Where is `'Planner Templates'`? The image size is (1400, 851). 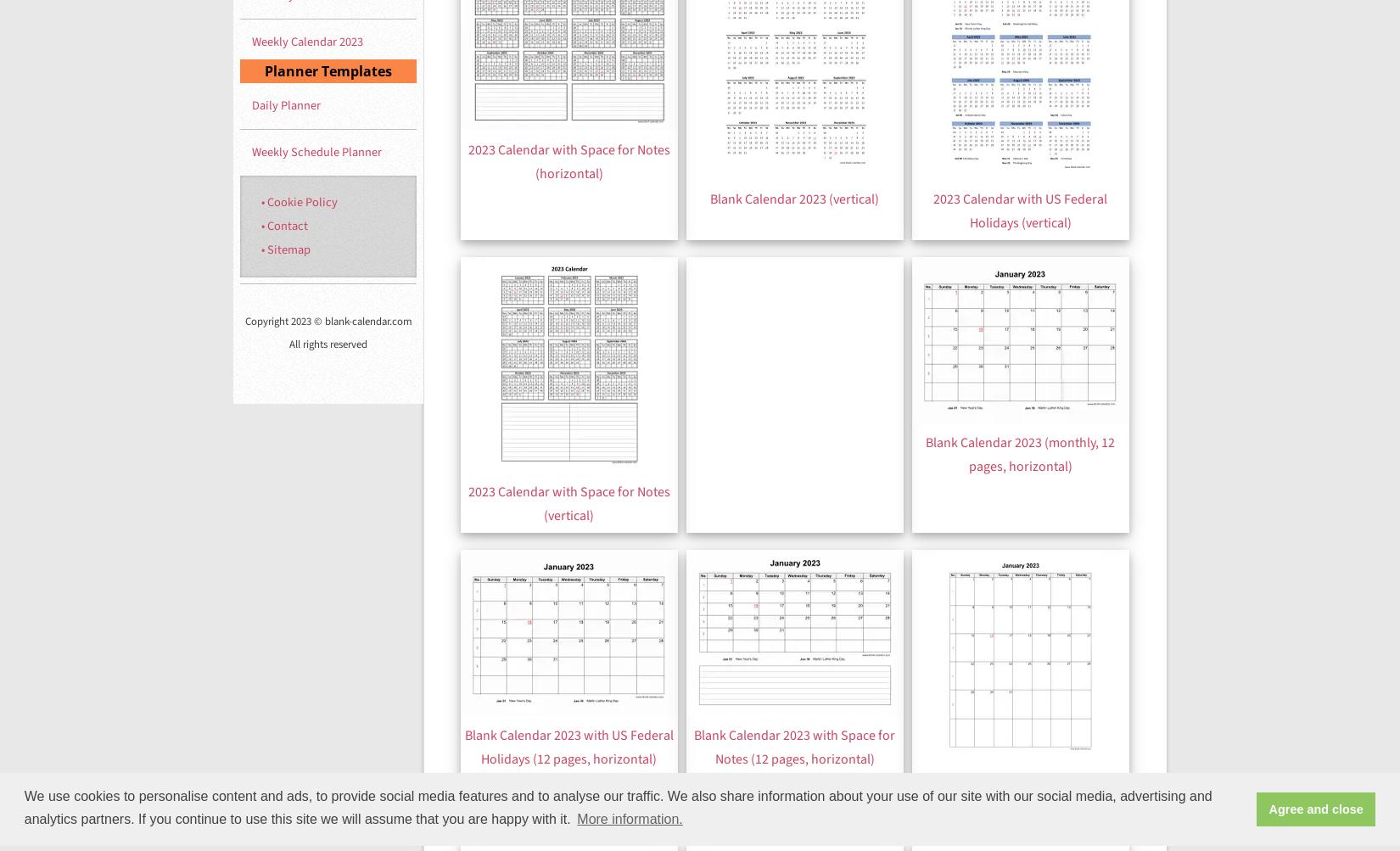
'Planner Templates' is located at coordinates (265, 70).